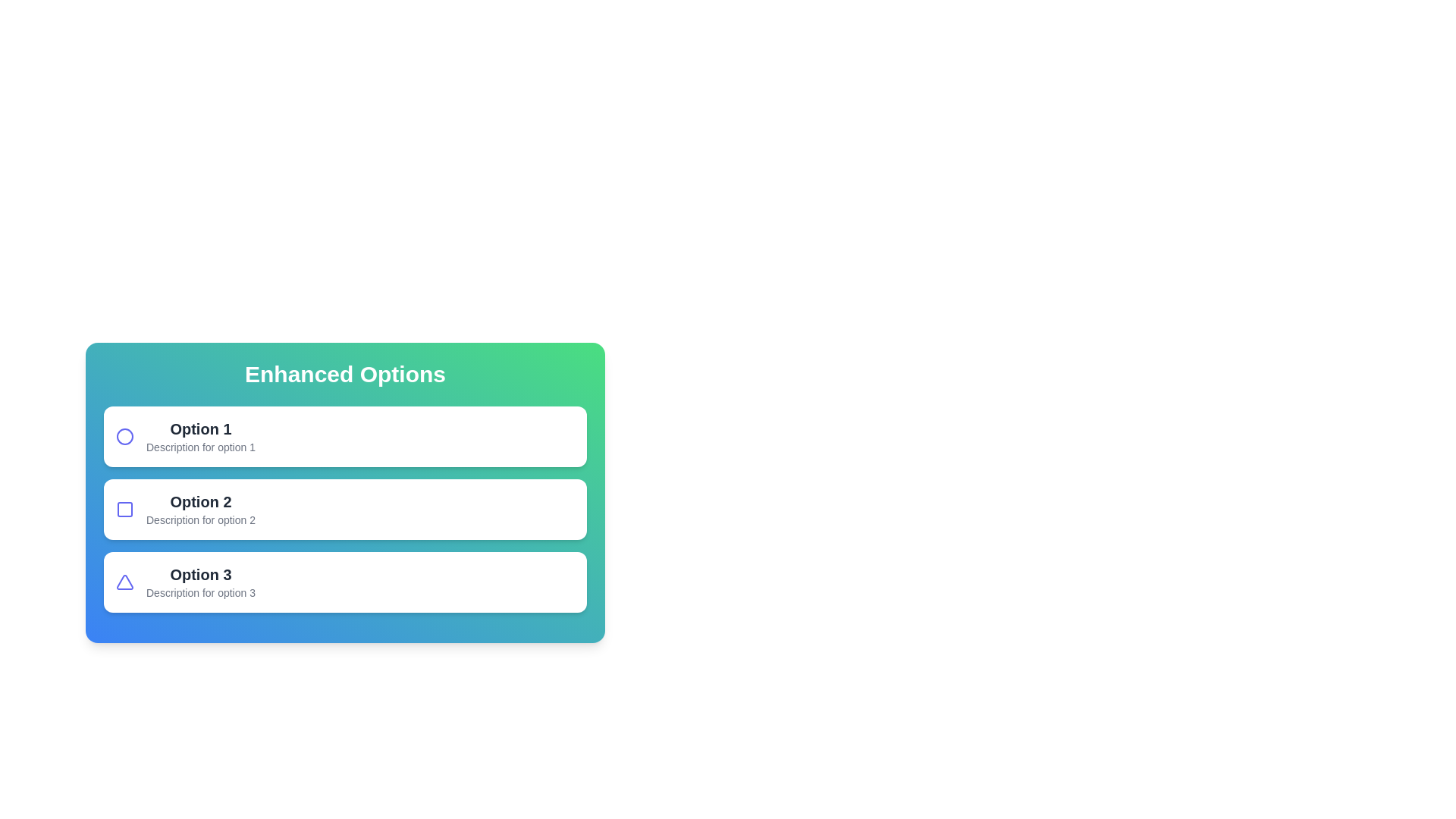 The height and width of the screenshot is (819, 1456). I want to click on the small red square icon located next to the 'Option 2' button in the vertical list of options, so click(124, 509).